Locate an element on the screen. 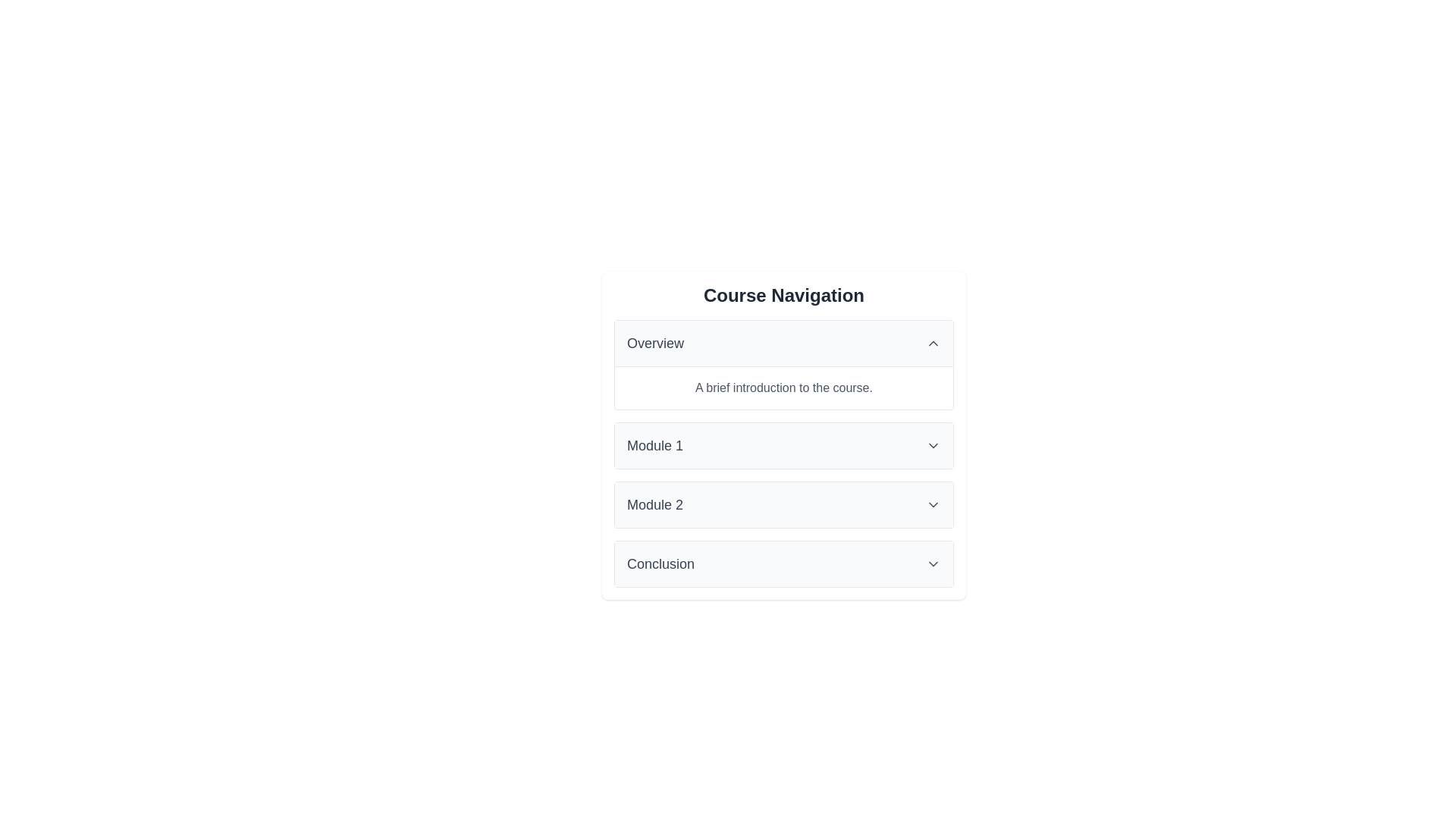  the downward chevron SVG icon located in the 'Conclusion' section of the navigation menu is located at coordinates (932, 564).